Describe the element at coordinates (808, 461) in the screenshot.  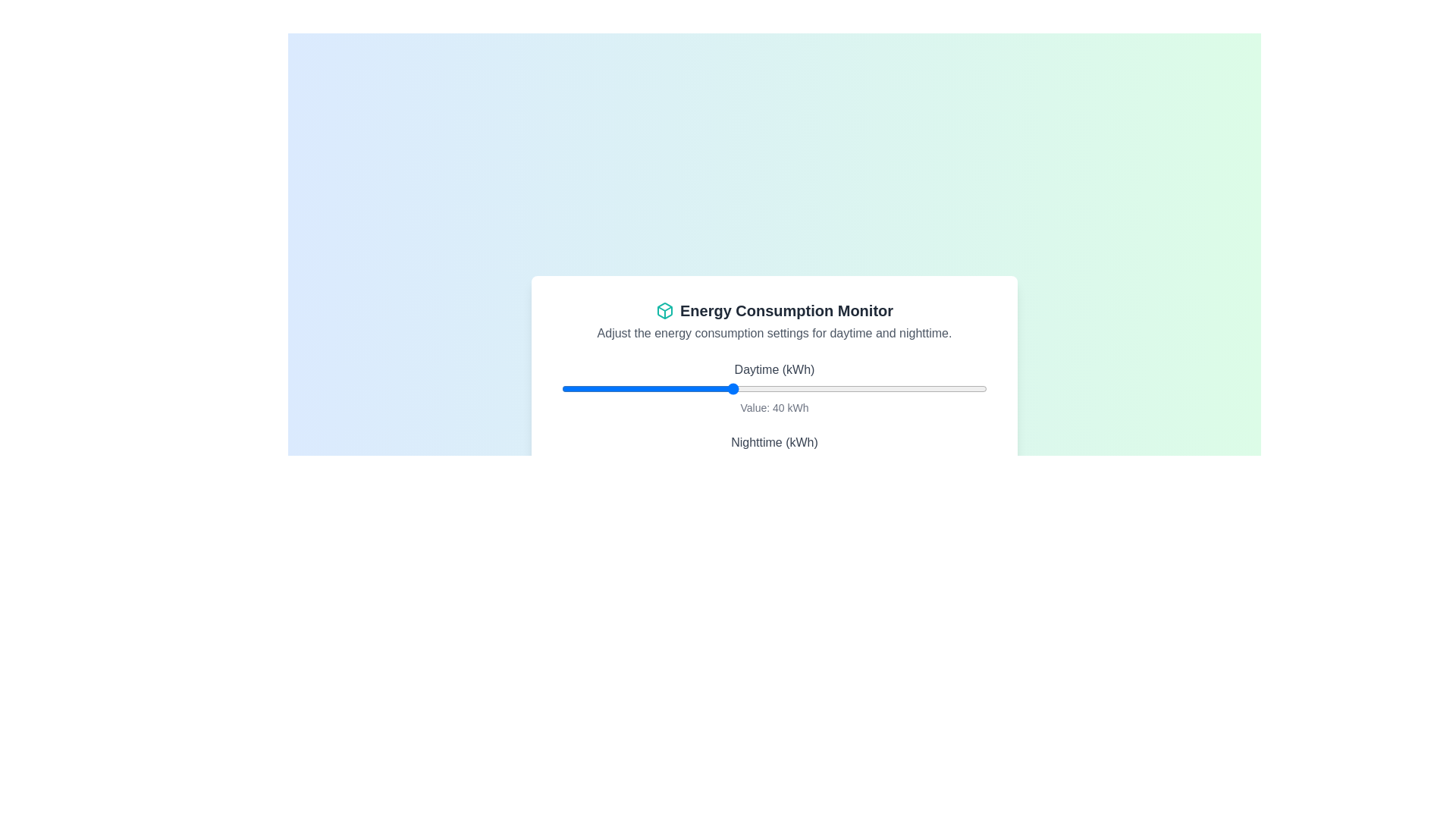
I see `the nighttime energy consumption slider to 58 kWh` at that location.